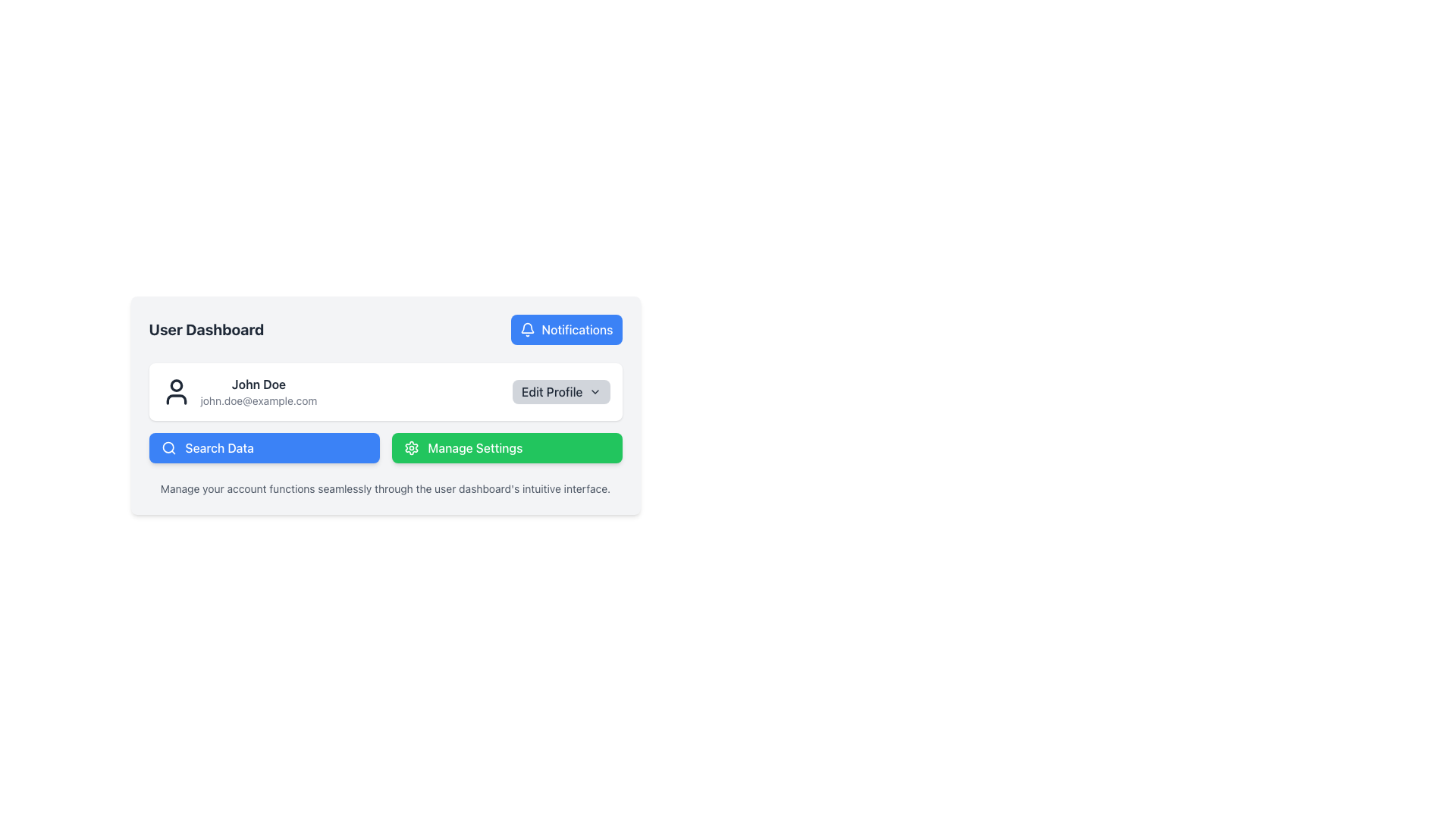 The image size is (1456, 819). What do you see at coordinates (168, 447) in the screenshot?
I see `the search icon represented as a magnifying glass located within the 'Search Data' button on the dashboard, to the left of the 'Search Data' label text` at bounding box center [168, 447].